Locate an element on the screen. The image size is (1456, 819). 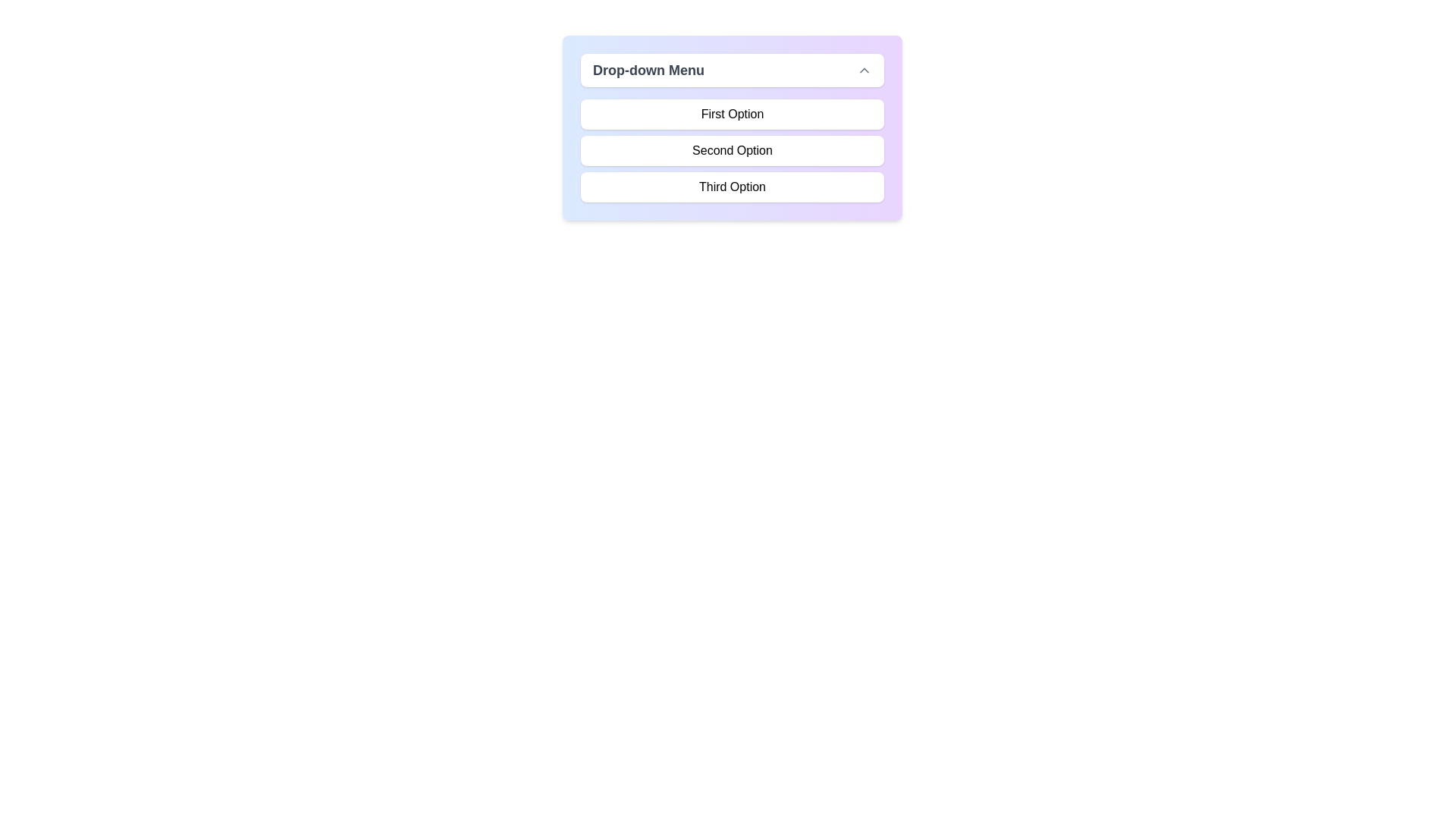
the 'Drop-down Menu' button is located at coordinates (732, 70).